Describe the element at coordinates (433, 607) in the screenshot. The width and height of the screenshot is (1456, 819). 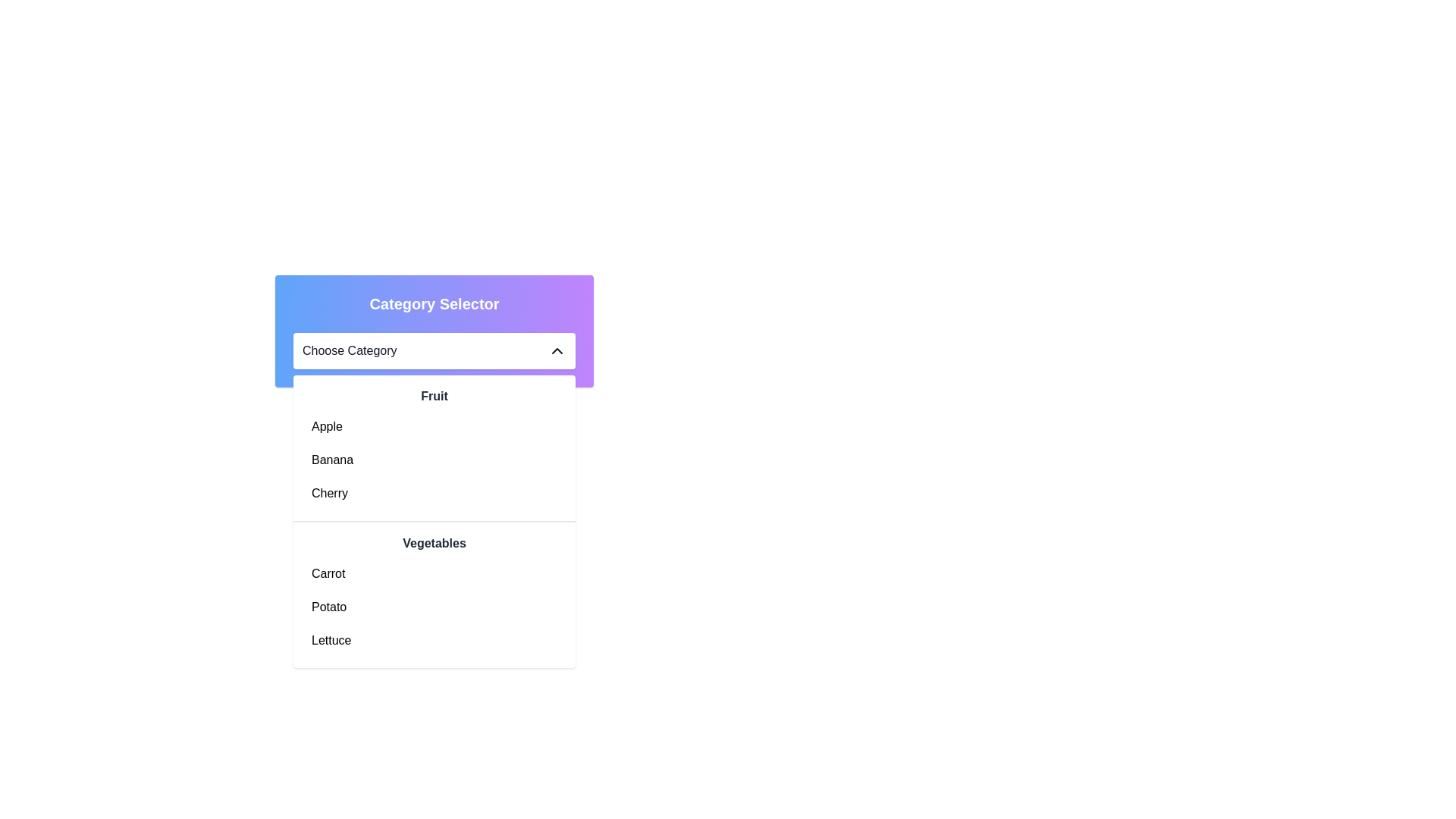
I see `the 'Potato' option in the dropdown menu` at that location.